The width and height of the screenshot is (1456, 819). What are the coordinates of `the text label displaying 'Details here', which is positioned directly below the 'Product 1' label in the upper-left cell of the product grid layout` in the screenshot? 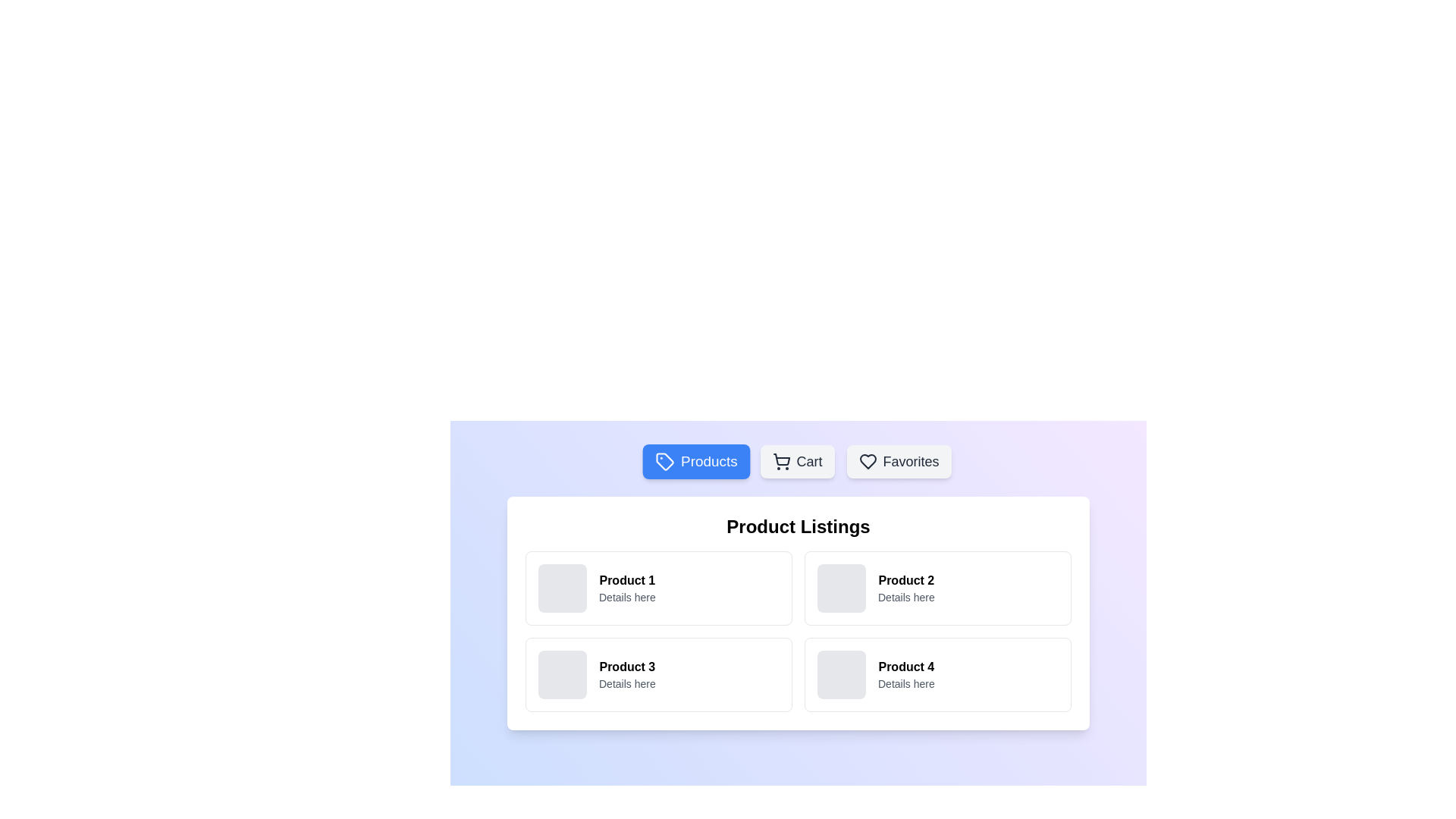 It's located at (627, 596).